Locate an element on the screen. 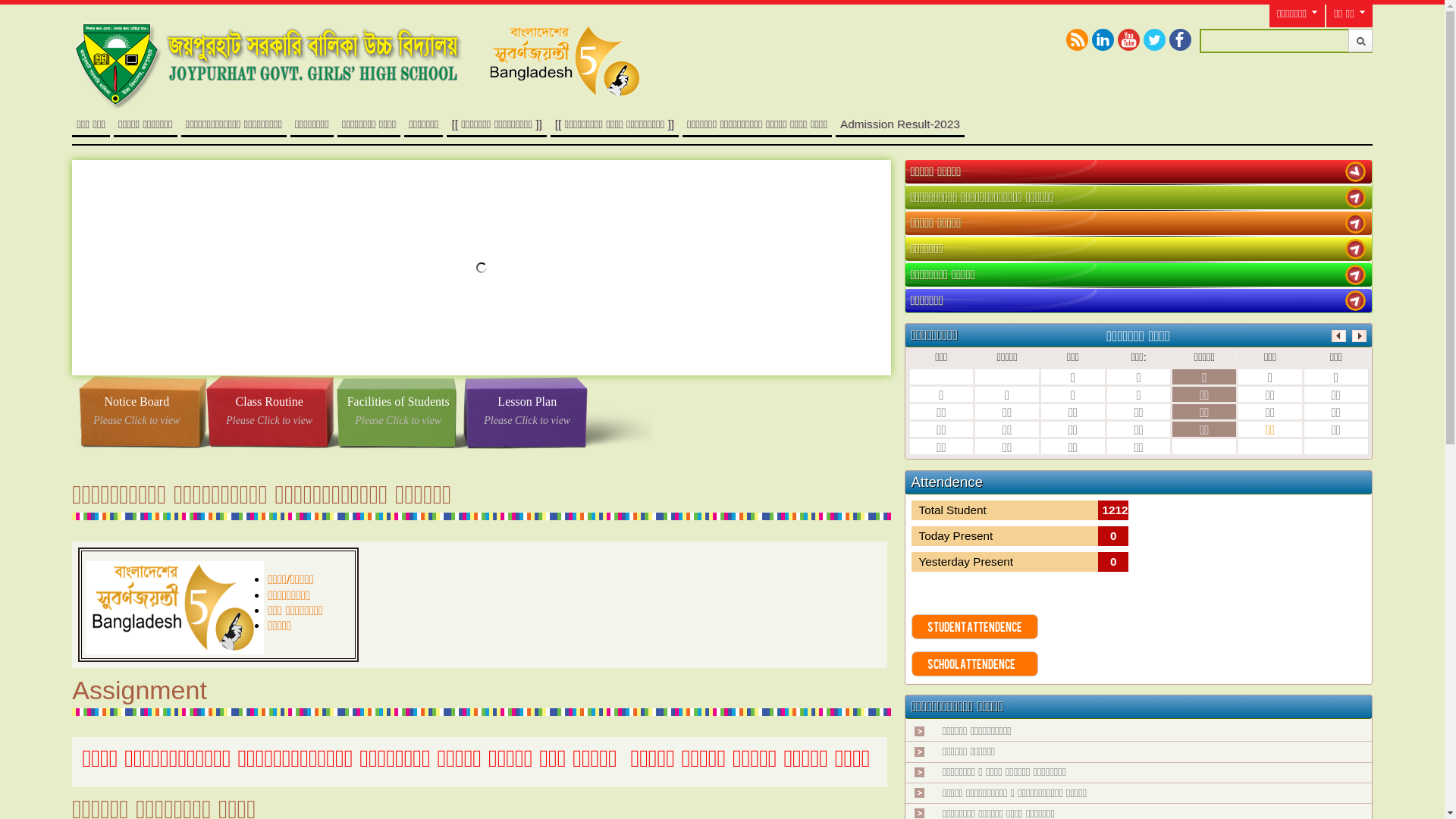 Image resolution: width=1456 pixels, height=819 pixels. 'Lesson Plan is located at coordinates (461, 412).